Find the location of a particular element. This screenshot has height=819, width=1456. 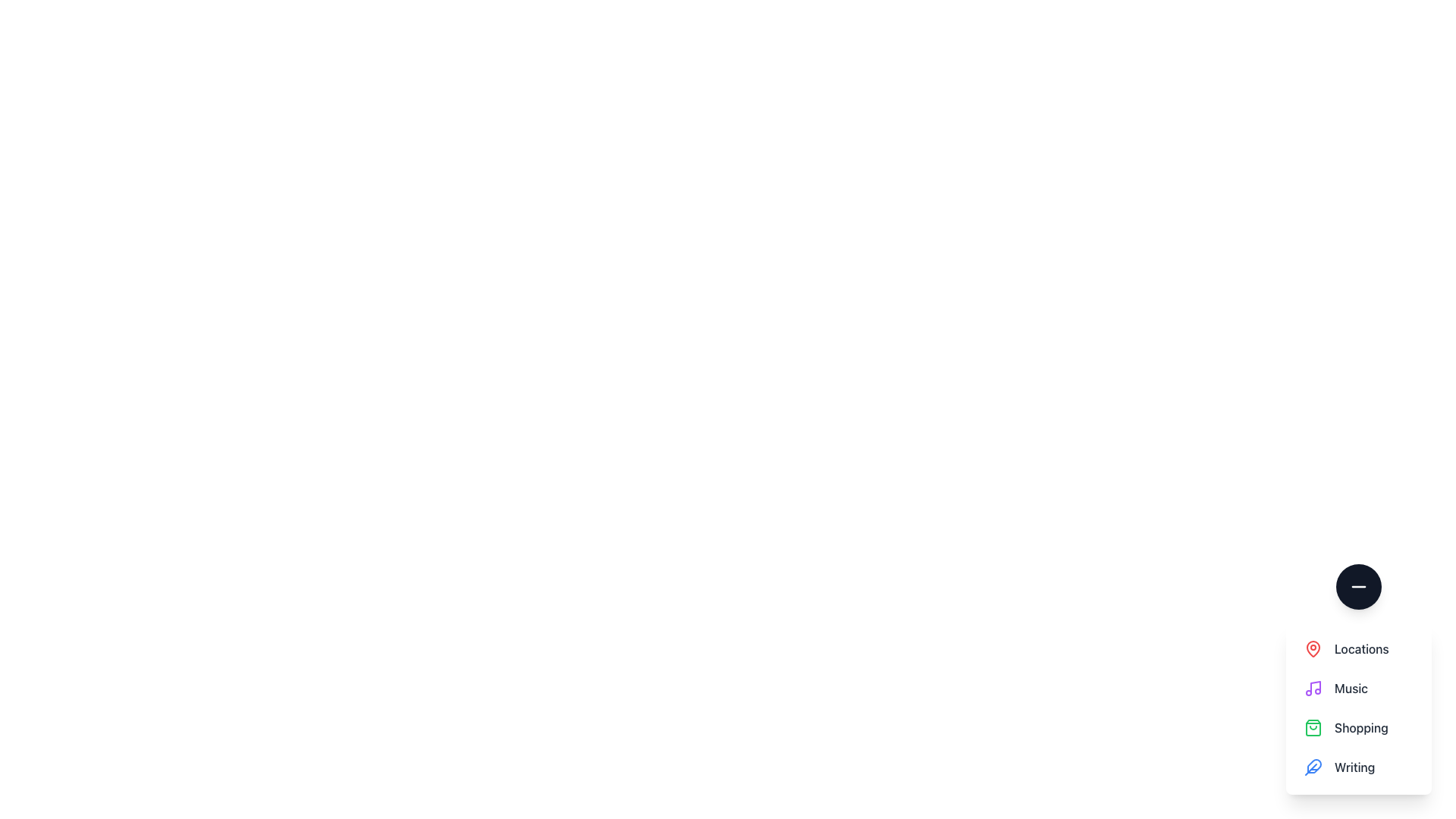

the text label that reads 'Writing', which is styled in dark gray (#4A4A4A) and is located under the 'Shopping' label in the vertical menu is located at coordinates (1354, 767).